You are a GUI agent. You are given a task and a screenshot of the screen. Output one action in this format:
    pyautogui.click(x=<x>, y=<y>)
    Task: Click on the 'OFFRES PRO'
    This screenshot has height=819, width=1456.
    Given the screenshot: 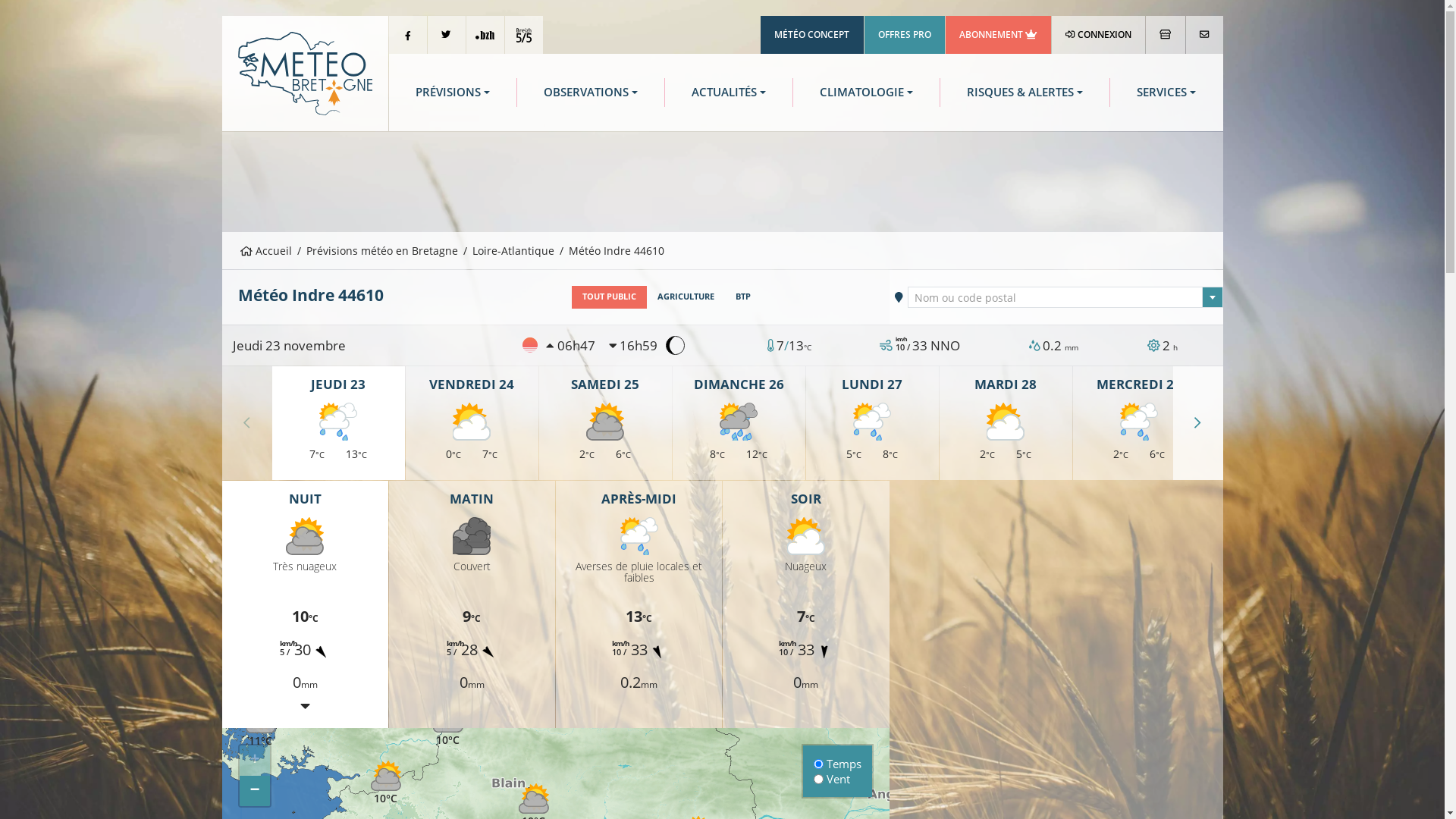 What is the action you would take?
    pyautogui.click(x=864, y=34)
    